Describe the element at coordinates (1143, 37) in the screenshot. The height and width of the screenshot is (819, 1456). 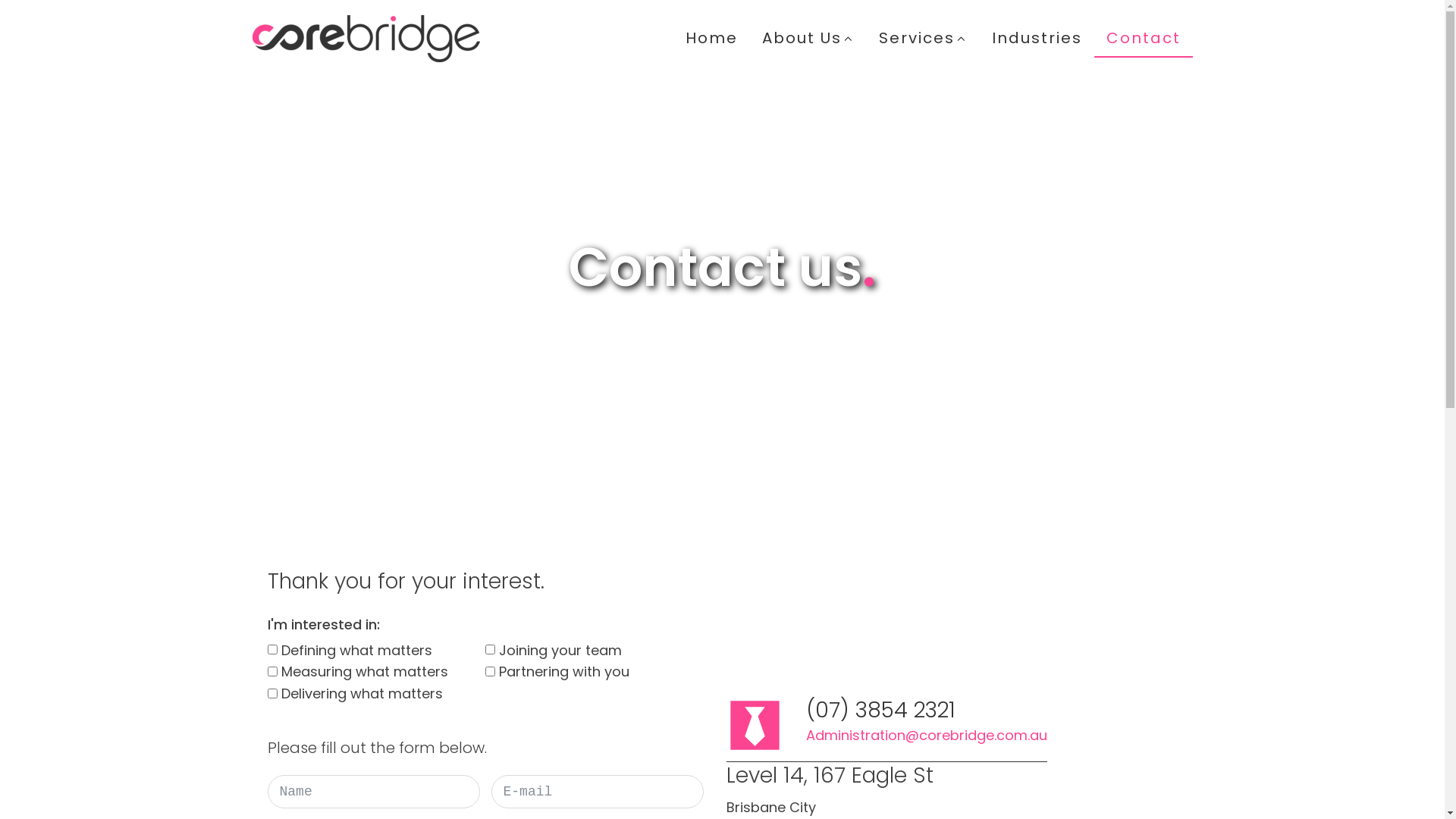
I see `'Contact'` at that location.